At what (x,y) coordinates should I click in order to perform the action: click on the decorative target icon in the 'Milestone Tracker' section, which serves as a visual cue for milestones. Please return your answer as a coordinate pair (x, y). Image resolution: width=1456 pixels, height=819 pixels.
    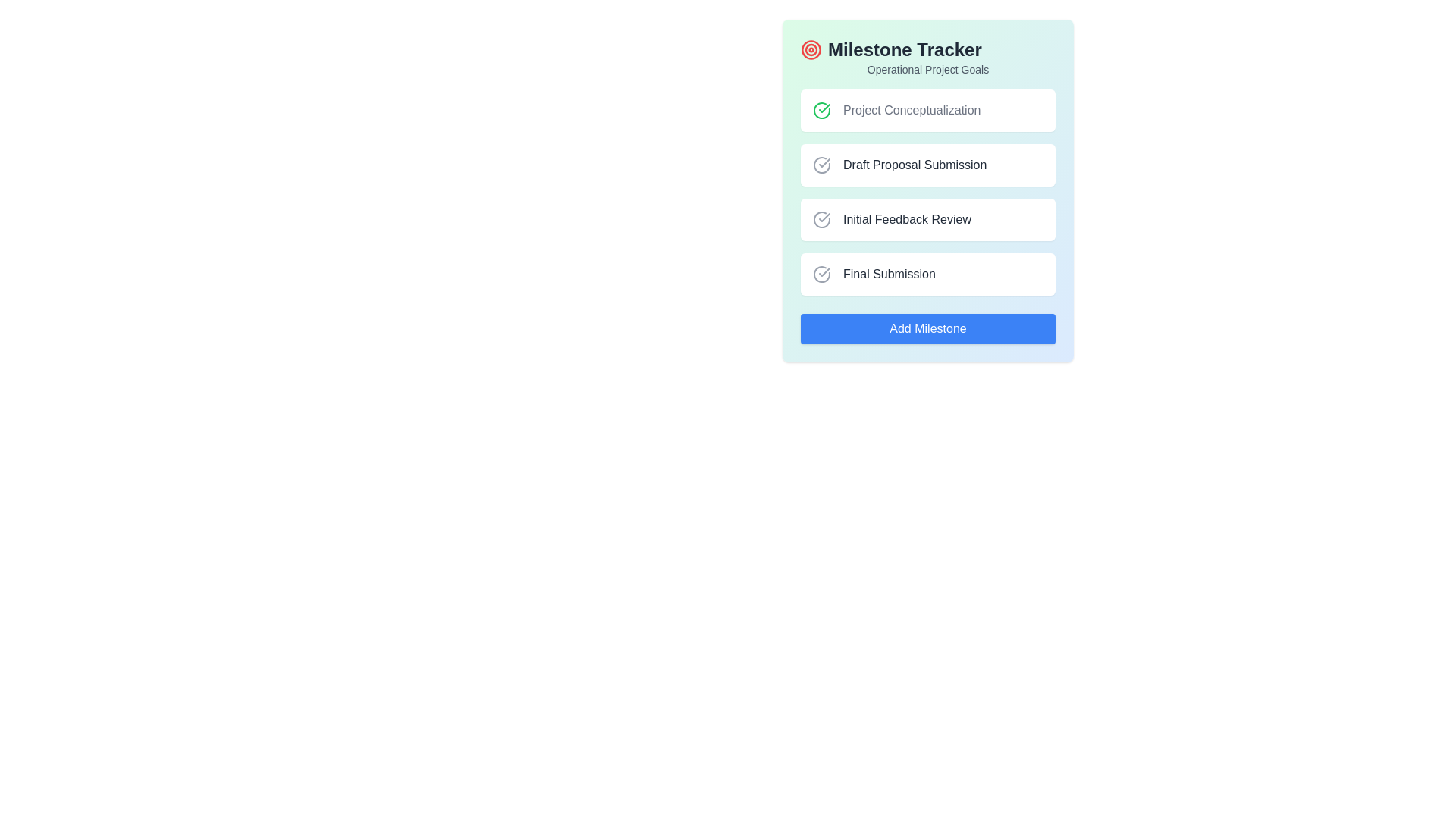
    Looking at the image, I should click on (811, 49).